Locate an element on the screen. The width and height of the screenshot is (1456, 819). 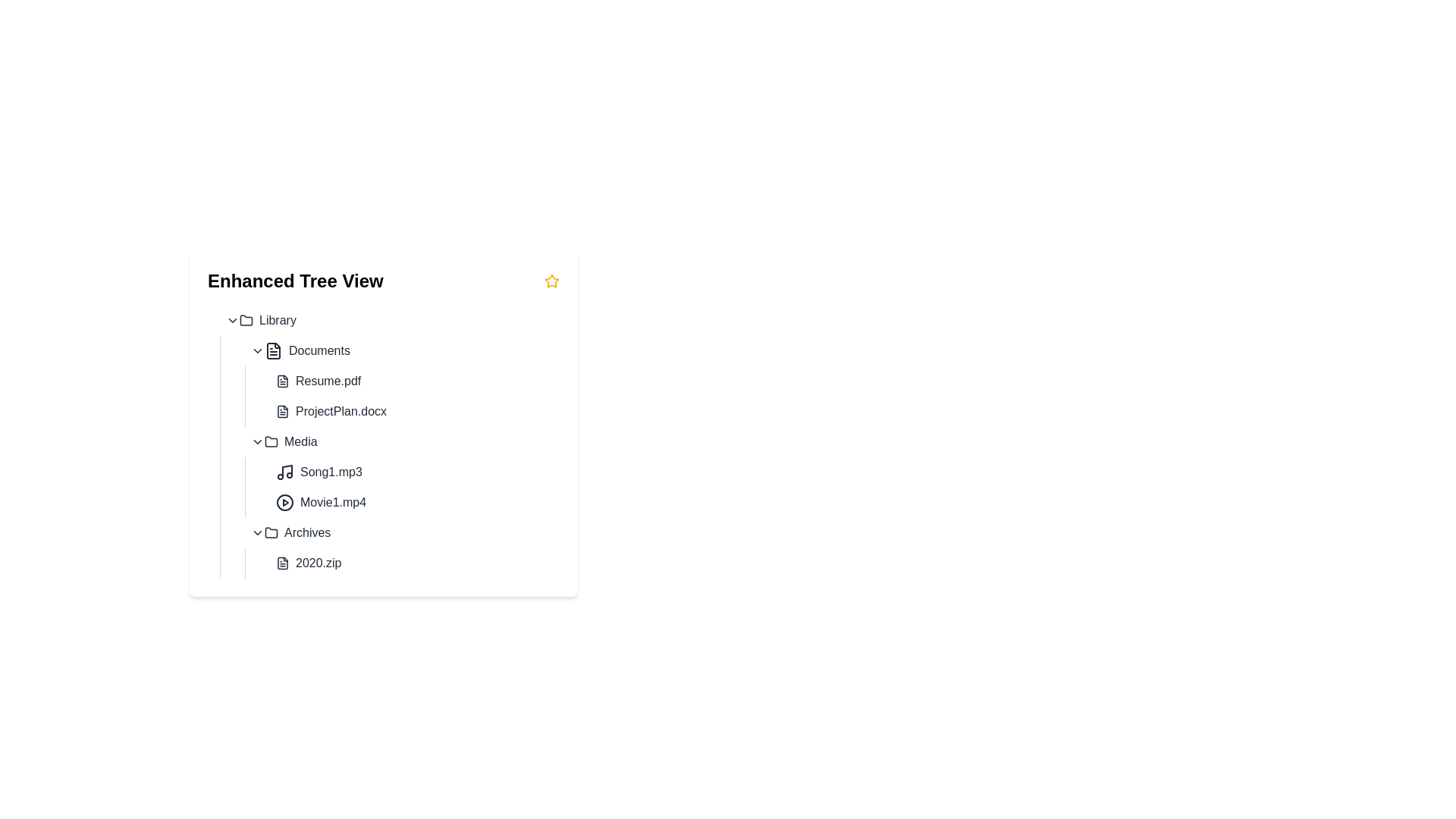
the folder icon, which is a minimalistic outline representation used in file management is located at coordinates (271, 532).